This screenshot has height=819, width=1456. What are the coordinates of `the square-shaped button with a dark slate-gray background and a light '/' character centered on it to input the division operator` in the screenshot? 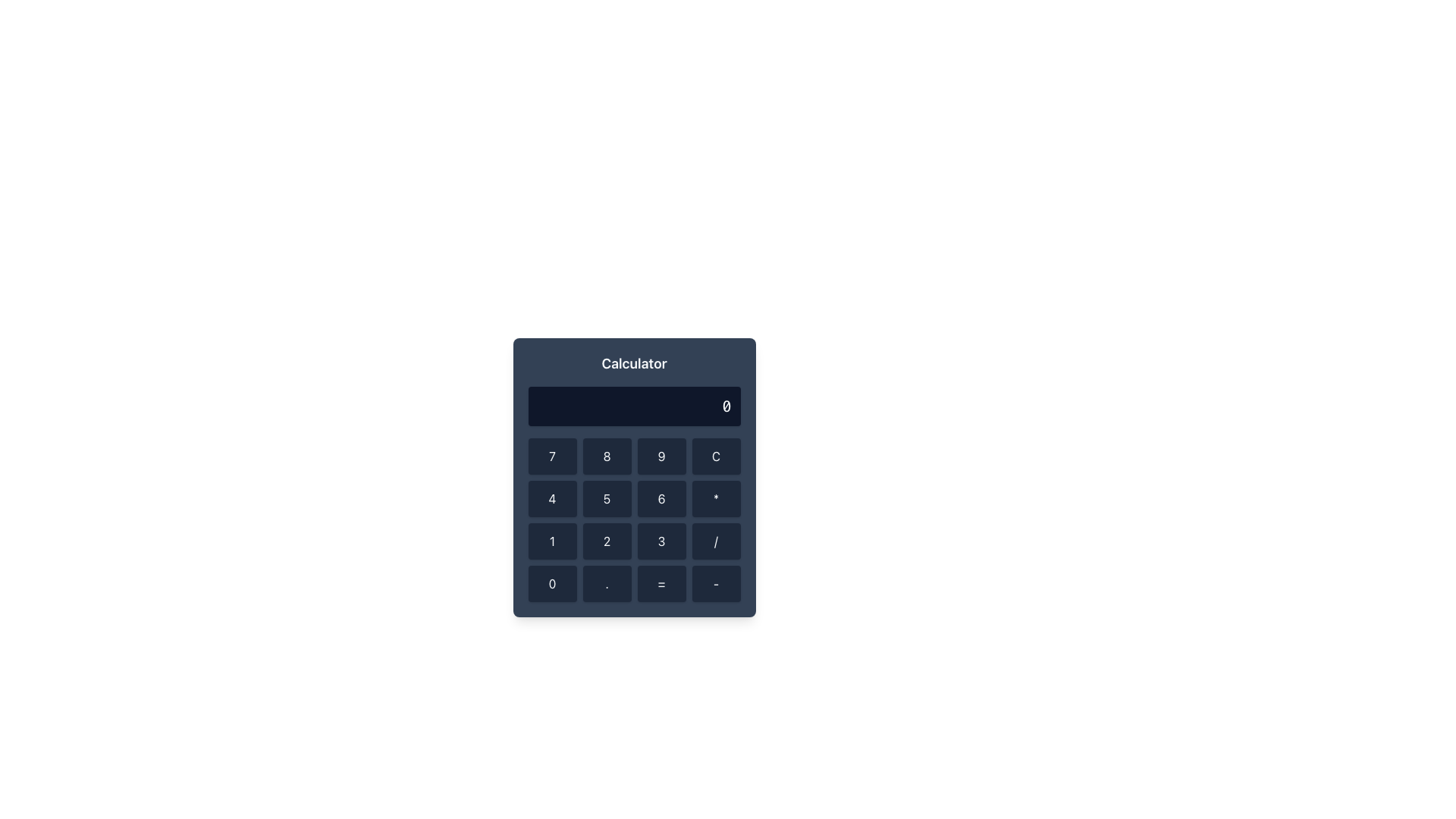 It's located at (715, 540).